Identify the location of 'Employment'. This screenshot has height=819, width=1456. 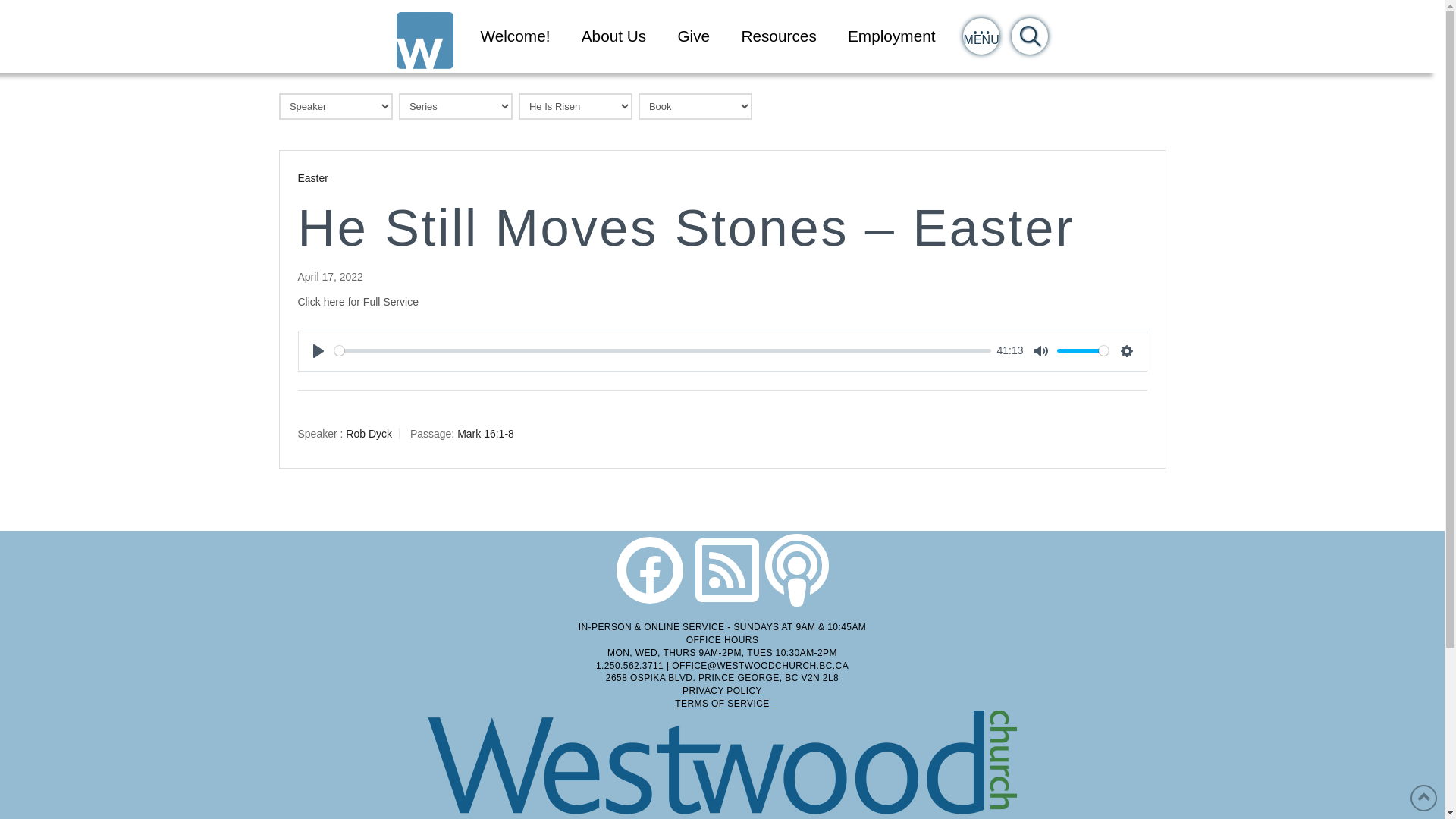
(891, 35).